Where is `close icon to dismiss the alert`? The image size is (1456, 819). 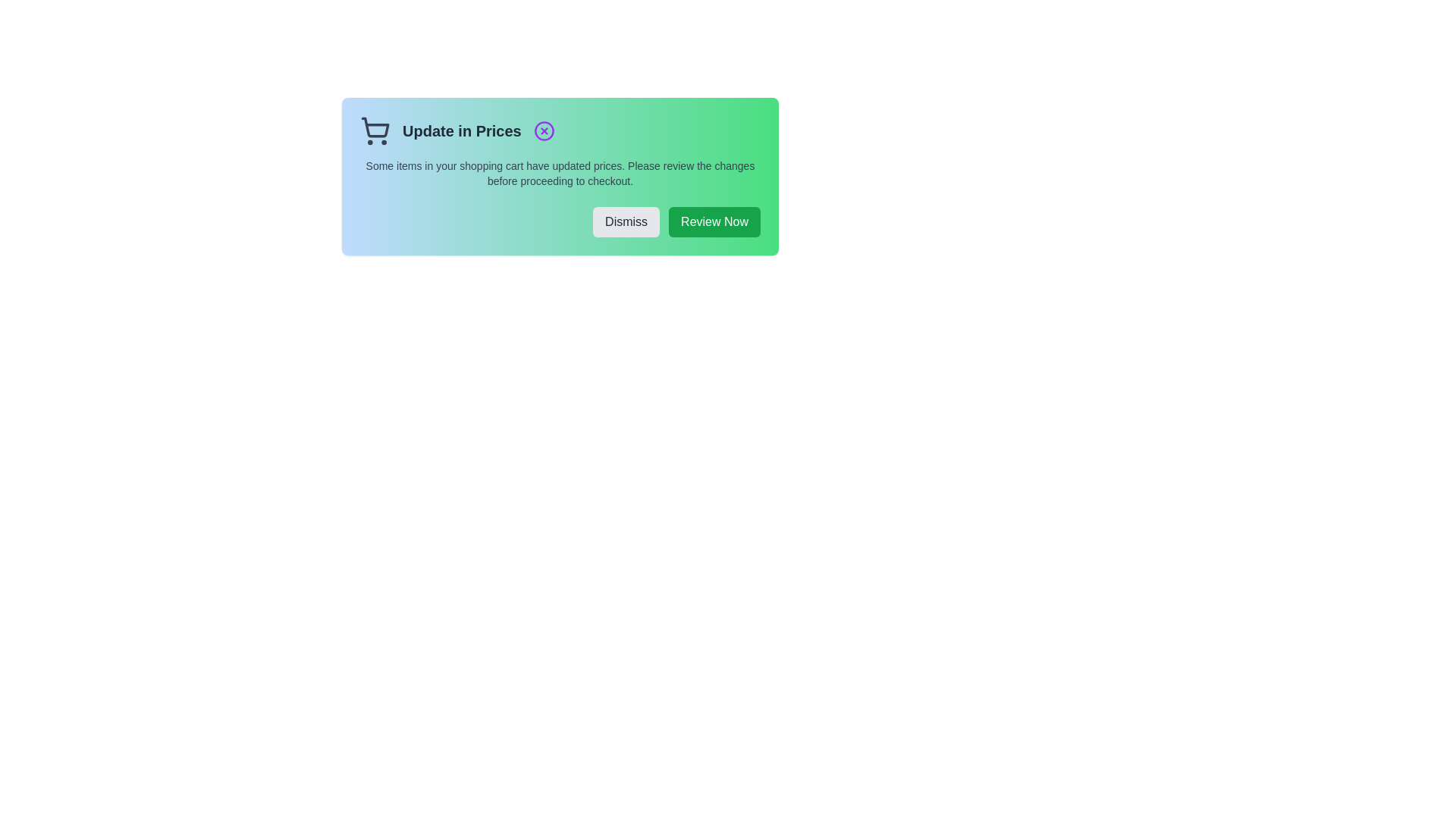 close icon to dismiss the alert is located at coordinates (544, 130).